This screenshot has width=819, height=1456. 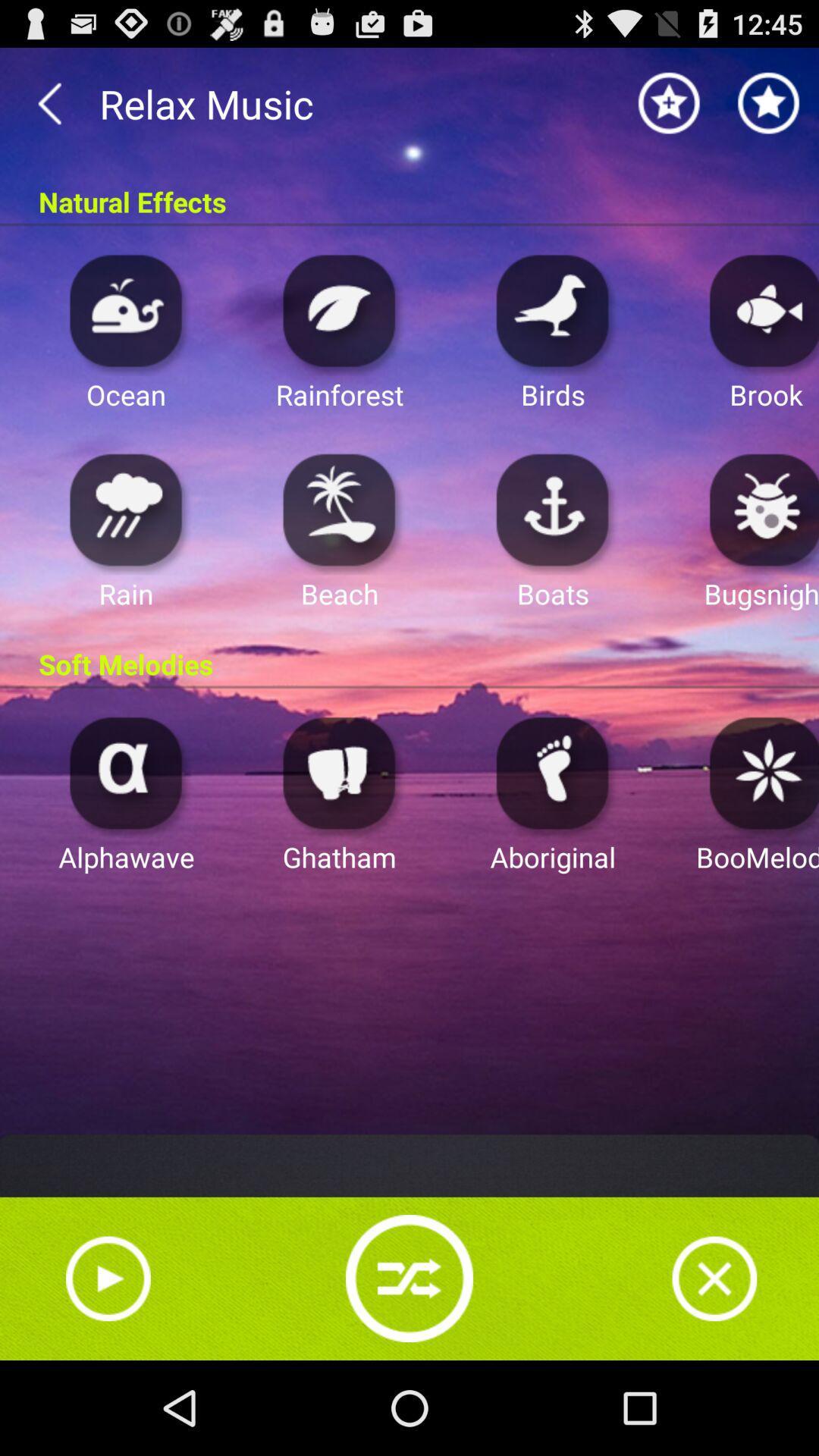 What do you see at coordinates (714, 1278) in the screenshot?
I see `app` at bounding box center [714, 1278].